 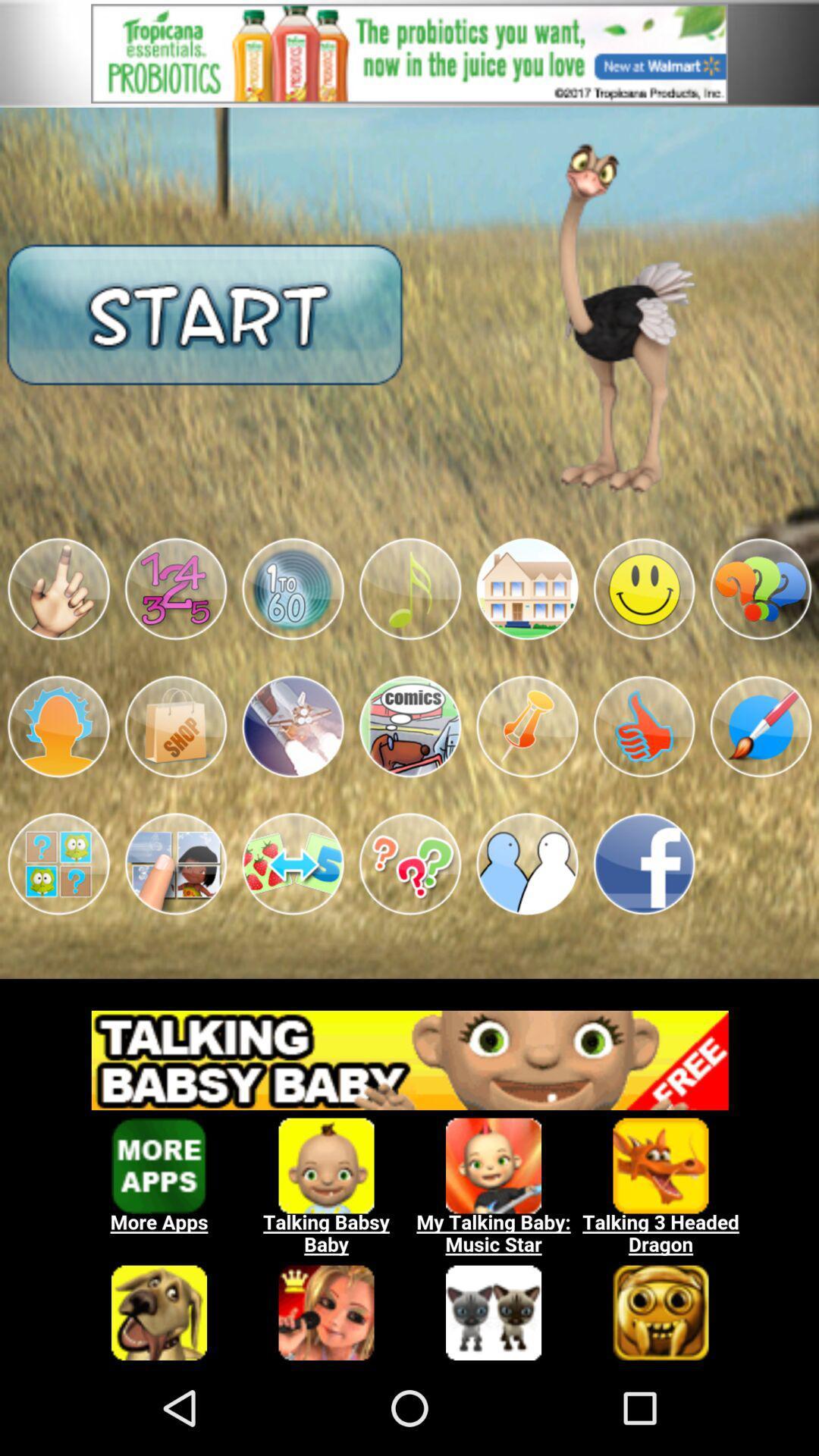 I want to click on the settings icon, so click(x=293, y=630).